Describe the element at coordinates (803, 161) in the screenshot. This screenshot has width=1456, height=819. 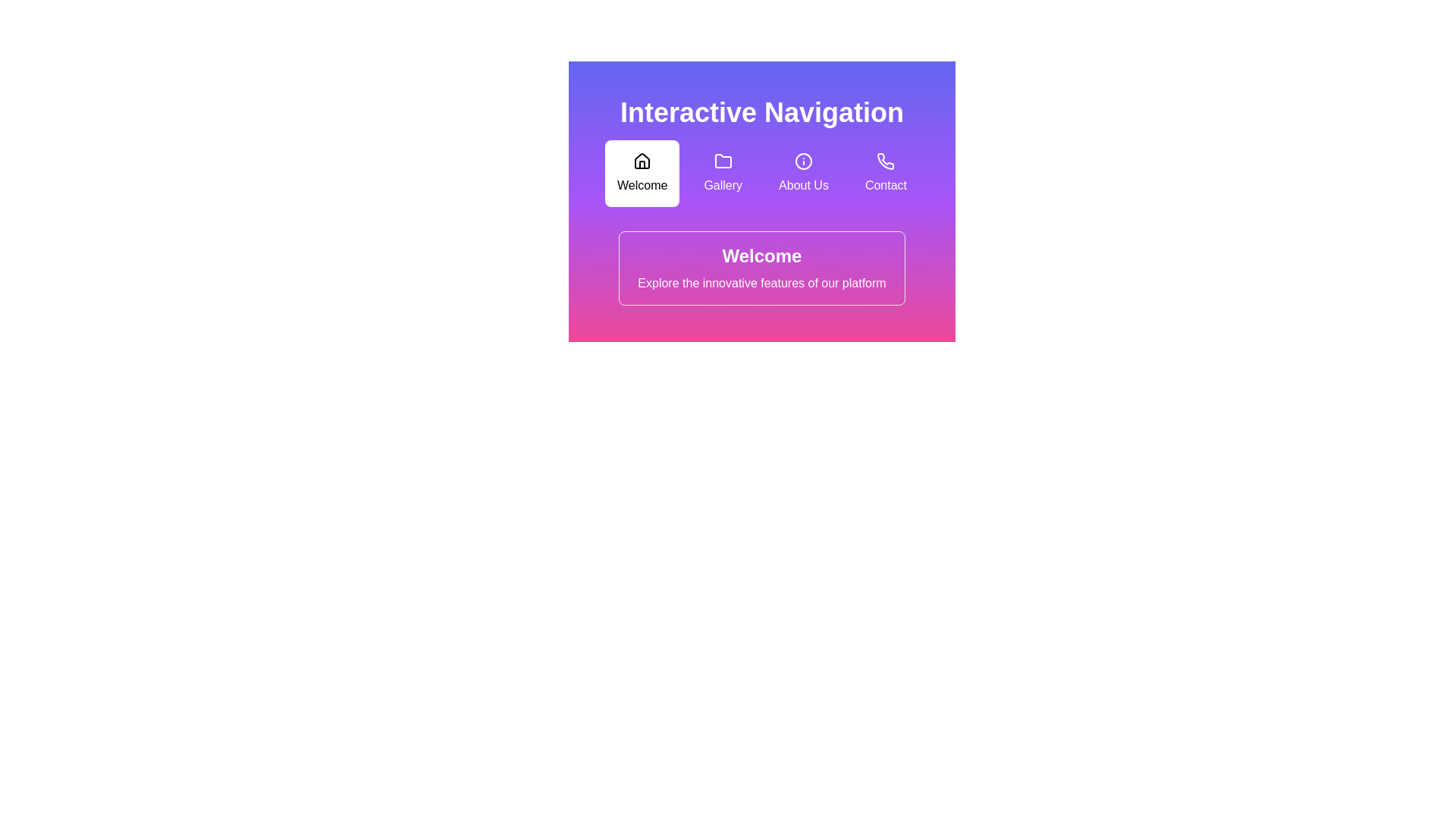
I see `the circular informational icon located at the center of the 'About Us' icon in the 'Interactive Navigation' section` at that location.